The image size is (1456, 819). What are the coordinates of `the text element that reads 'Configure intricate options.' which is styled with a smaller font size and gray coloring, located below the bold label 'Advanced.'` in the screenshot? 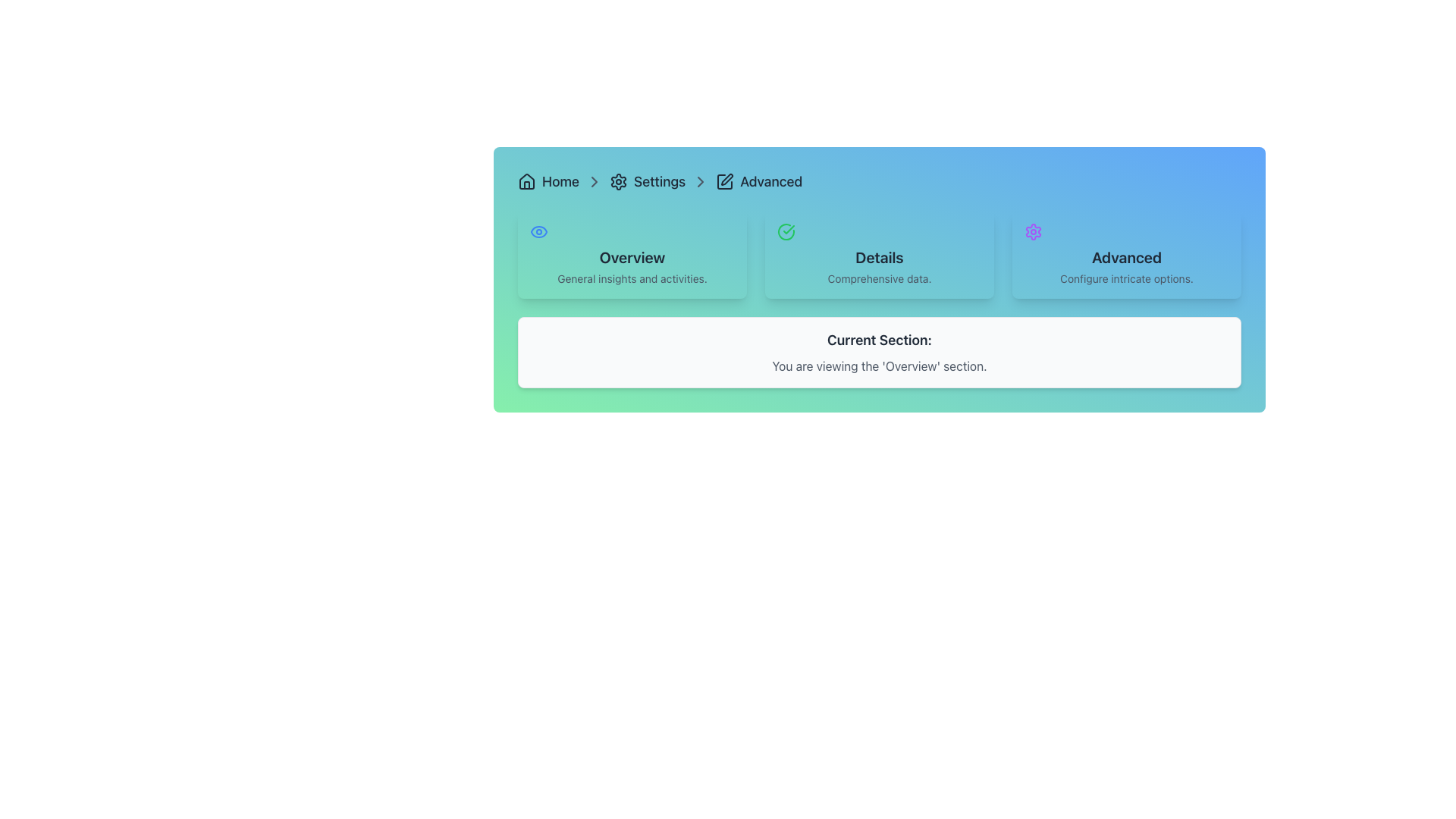 It's located at (1127, 278).